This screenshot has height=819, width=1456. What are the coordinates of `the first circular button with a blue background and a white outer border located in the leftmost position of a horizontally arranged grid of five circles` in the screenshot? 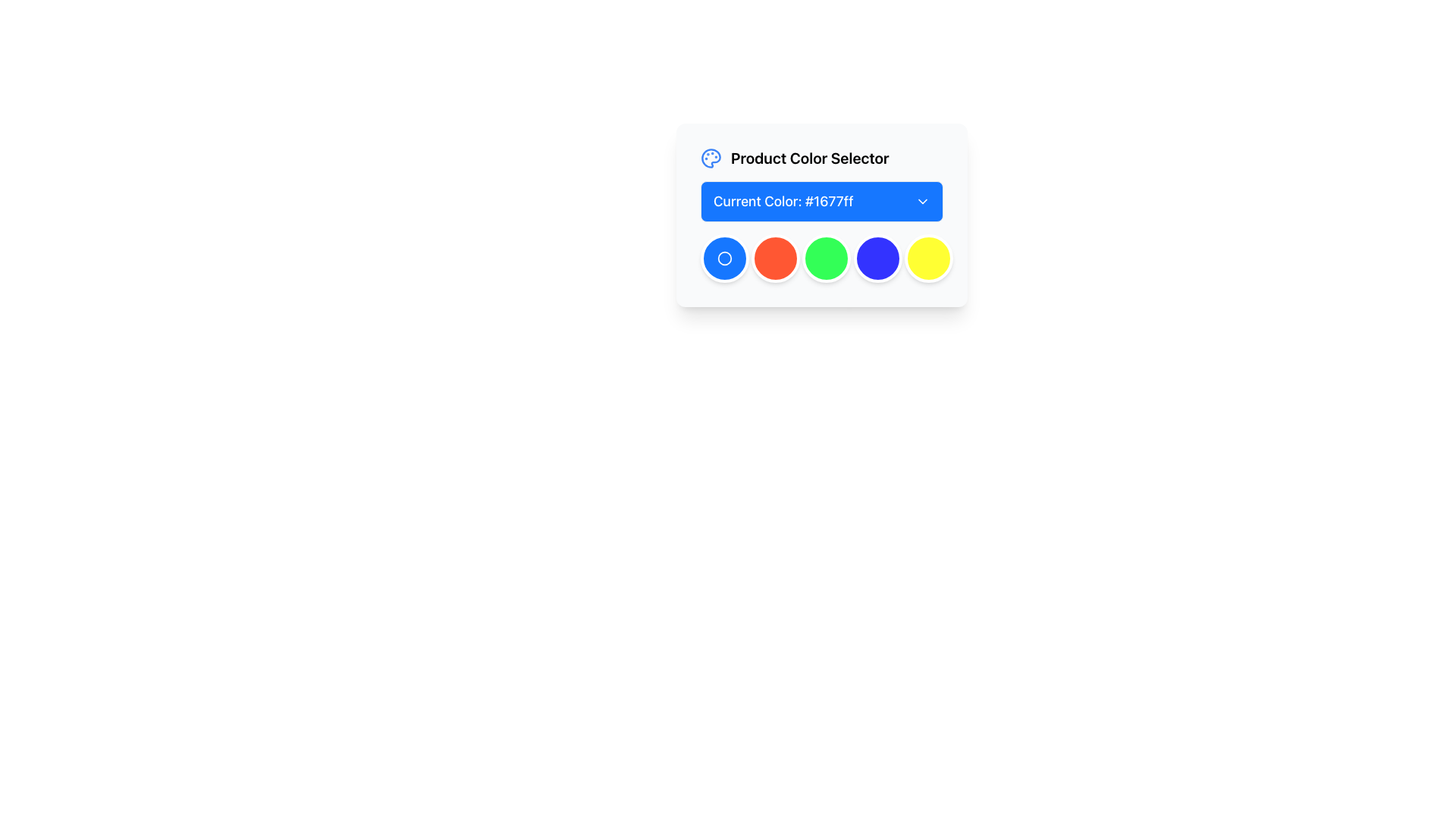 It's located at (723, 257).